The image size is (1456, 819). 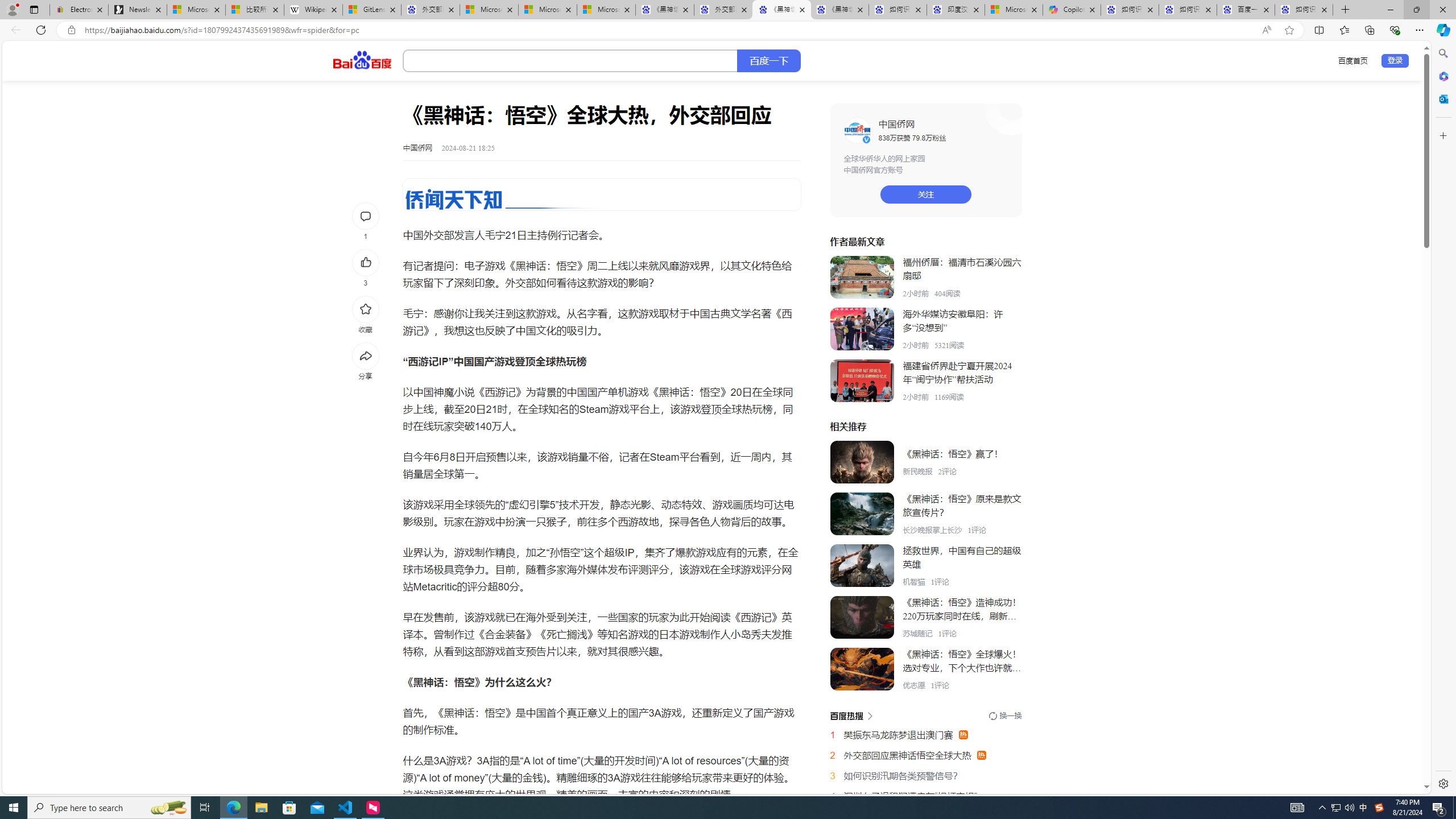 What do you see at coordinates (862, 668) in the screenshot?
I see `'Class: XDq7y'` at bounding box center [862, 668].